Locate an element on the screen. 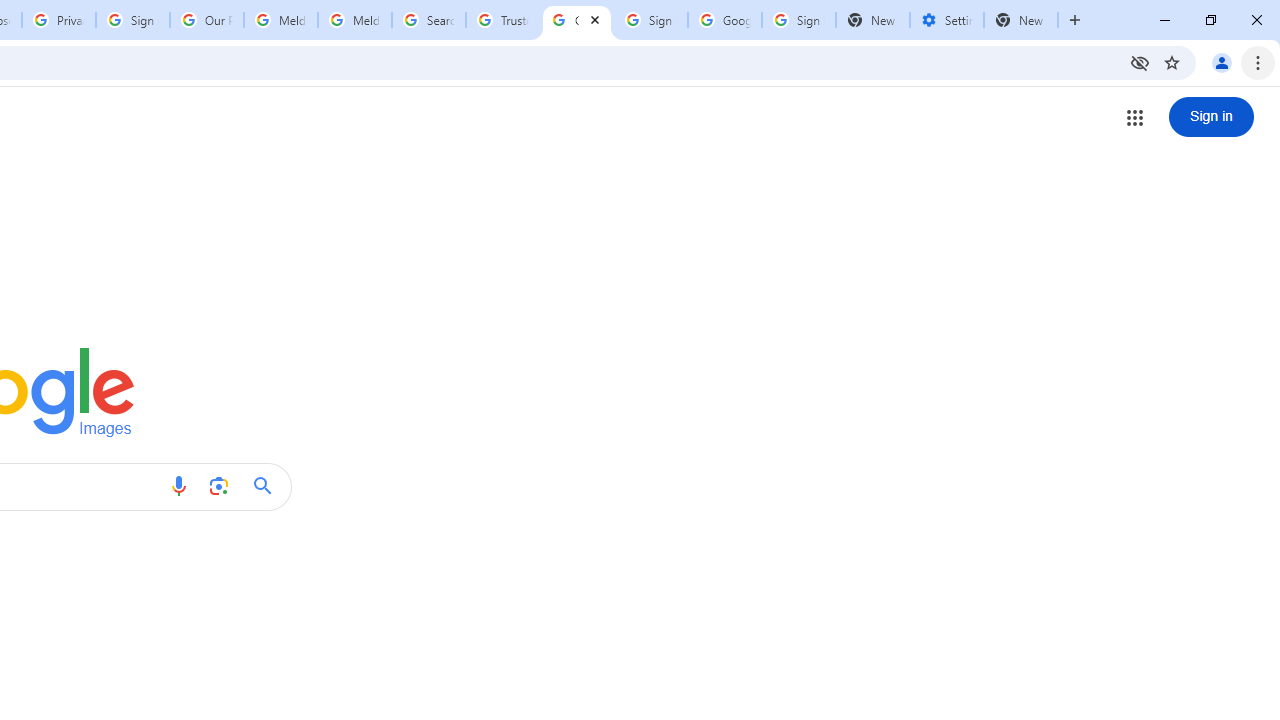 This screenshot has width=1280, height=720. 'Sign in - Google Accounts' is located at coordinates (132, 20).